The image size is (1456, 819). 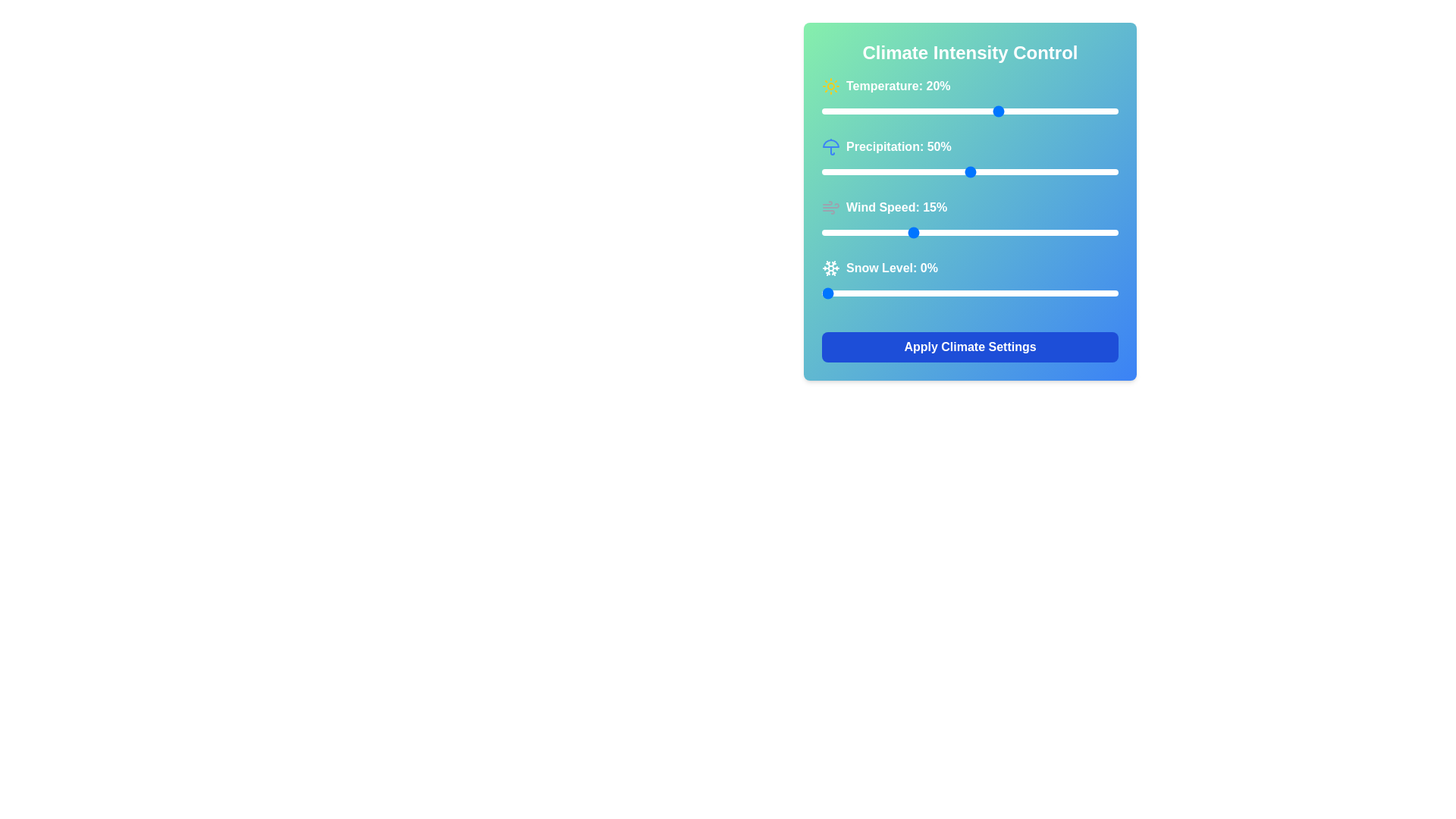 I want to click on the snow level, so click(x=1070, y=293).